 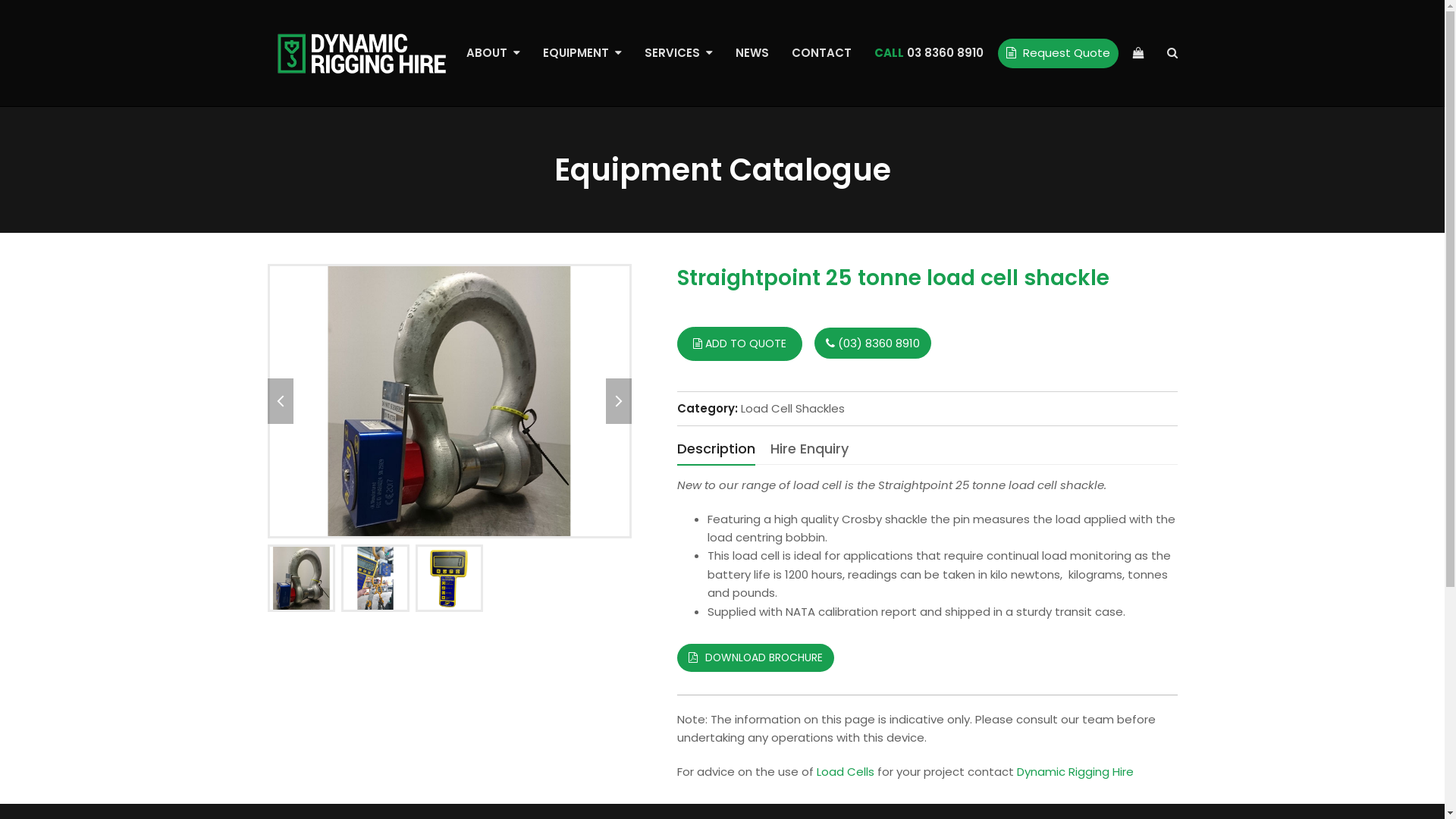 What do you see at coordinates (814, 771) in the screenshot?
I see `'Load Cells'` at bounding box center [814, 771].